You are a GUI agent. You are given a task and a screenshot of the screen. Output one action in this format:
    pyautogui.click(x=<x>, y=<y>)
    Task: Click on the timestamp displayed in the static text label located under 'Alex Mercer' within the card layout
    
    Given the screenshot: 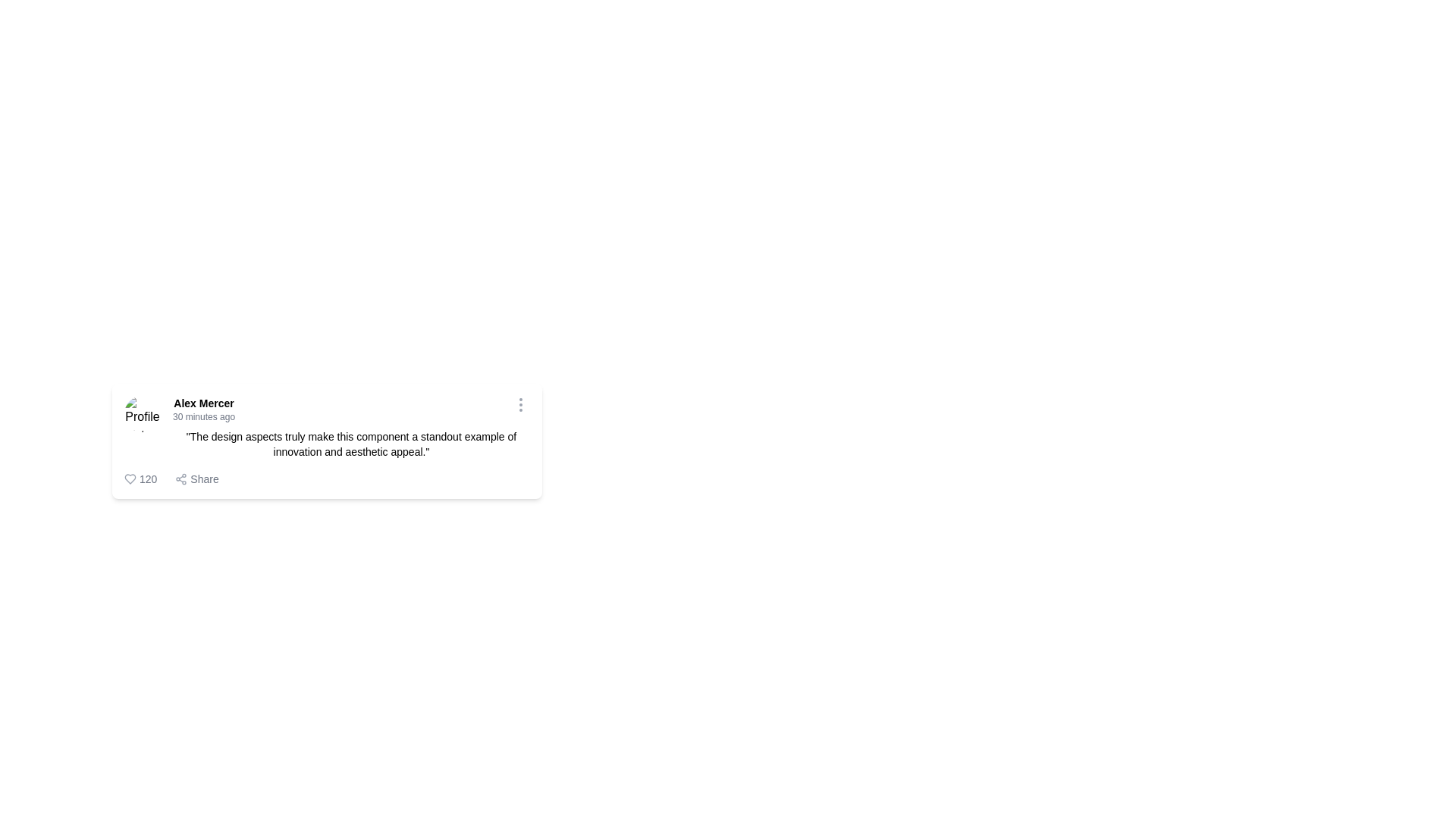 What is the action you would take?
    pyautogui.click(x=202, y=417)
    